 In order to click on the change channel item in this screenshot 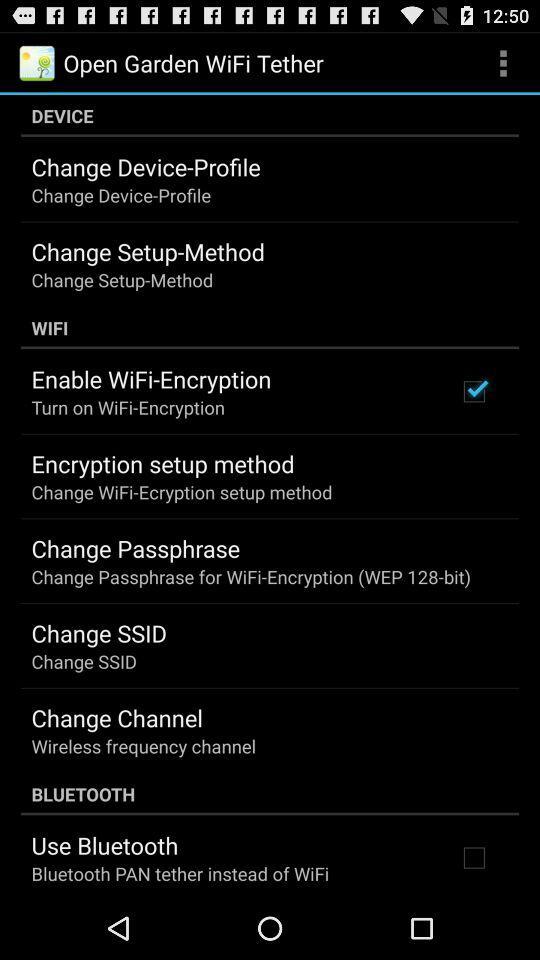, I will do `click(117, 717)`.